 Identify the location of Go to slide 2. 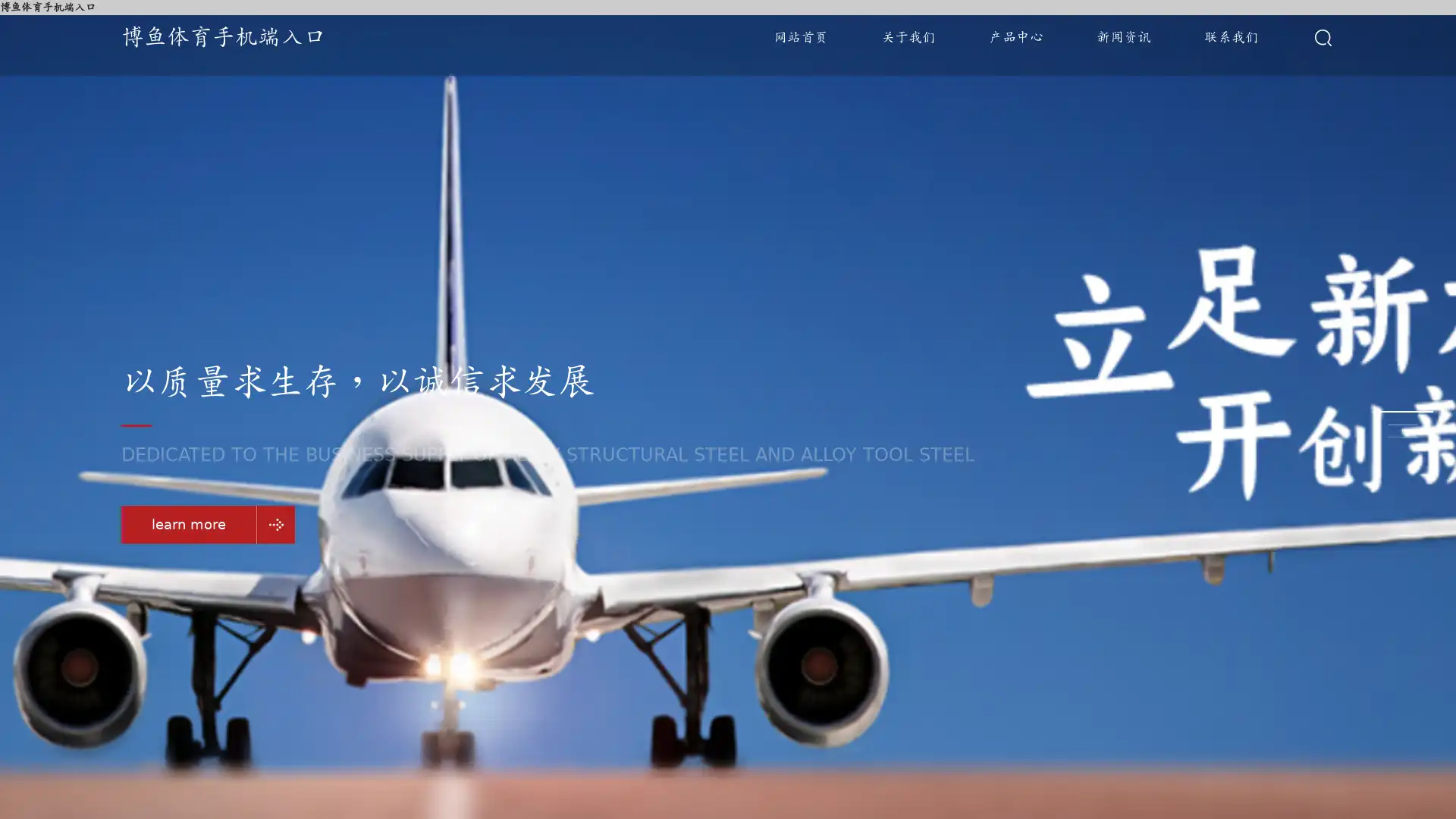
(1401, 424).